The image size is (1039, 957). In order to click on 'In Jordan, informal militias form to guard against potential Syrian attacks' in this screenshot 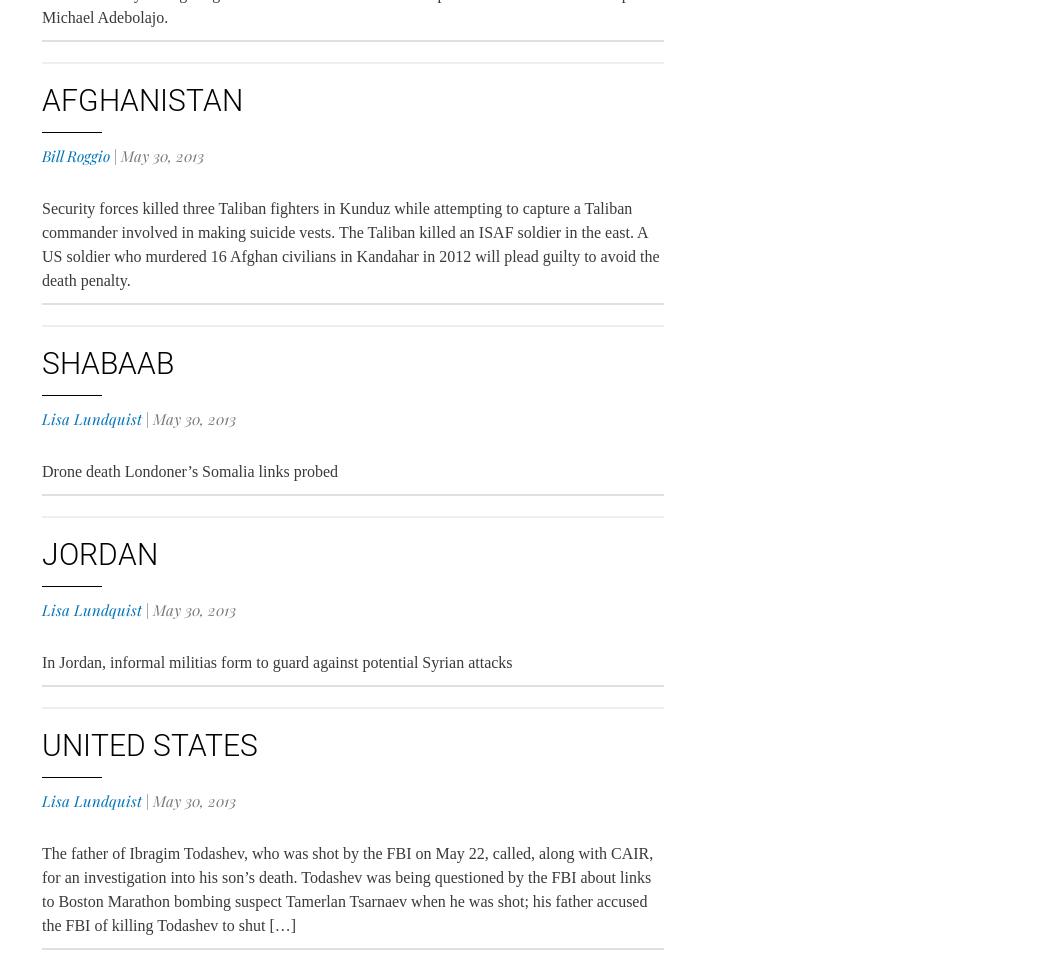, I will do `click(276, 661)`.